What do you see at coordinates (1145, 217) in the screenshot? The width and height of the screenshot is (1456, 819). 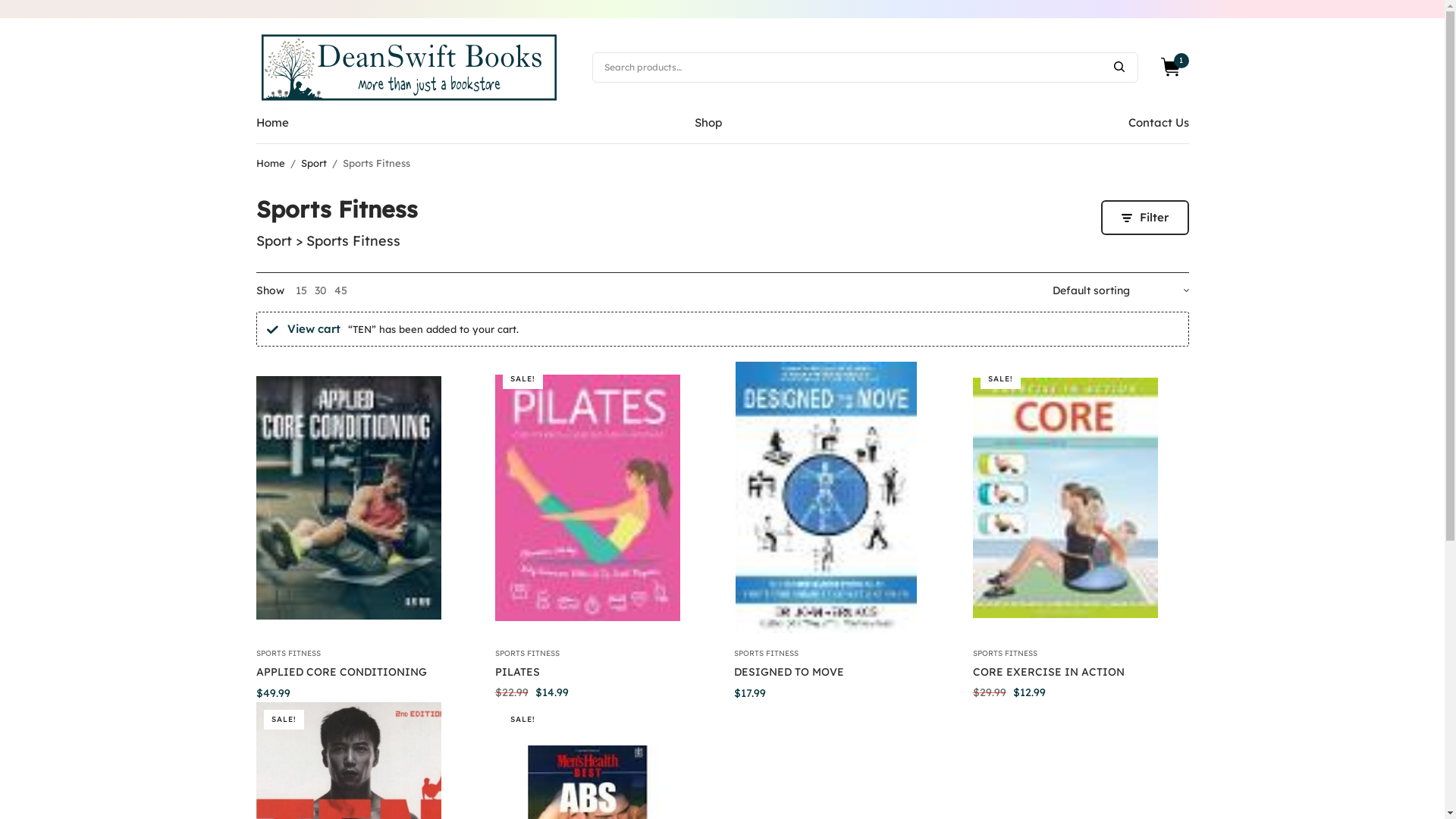 I see `'Filter'` at bounding box center [1145, 217].